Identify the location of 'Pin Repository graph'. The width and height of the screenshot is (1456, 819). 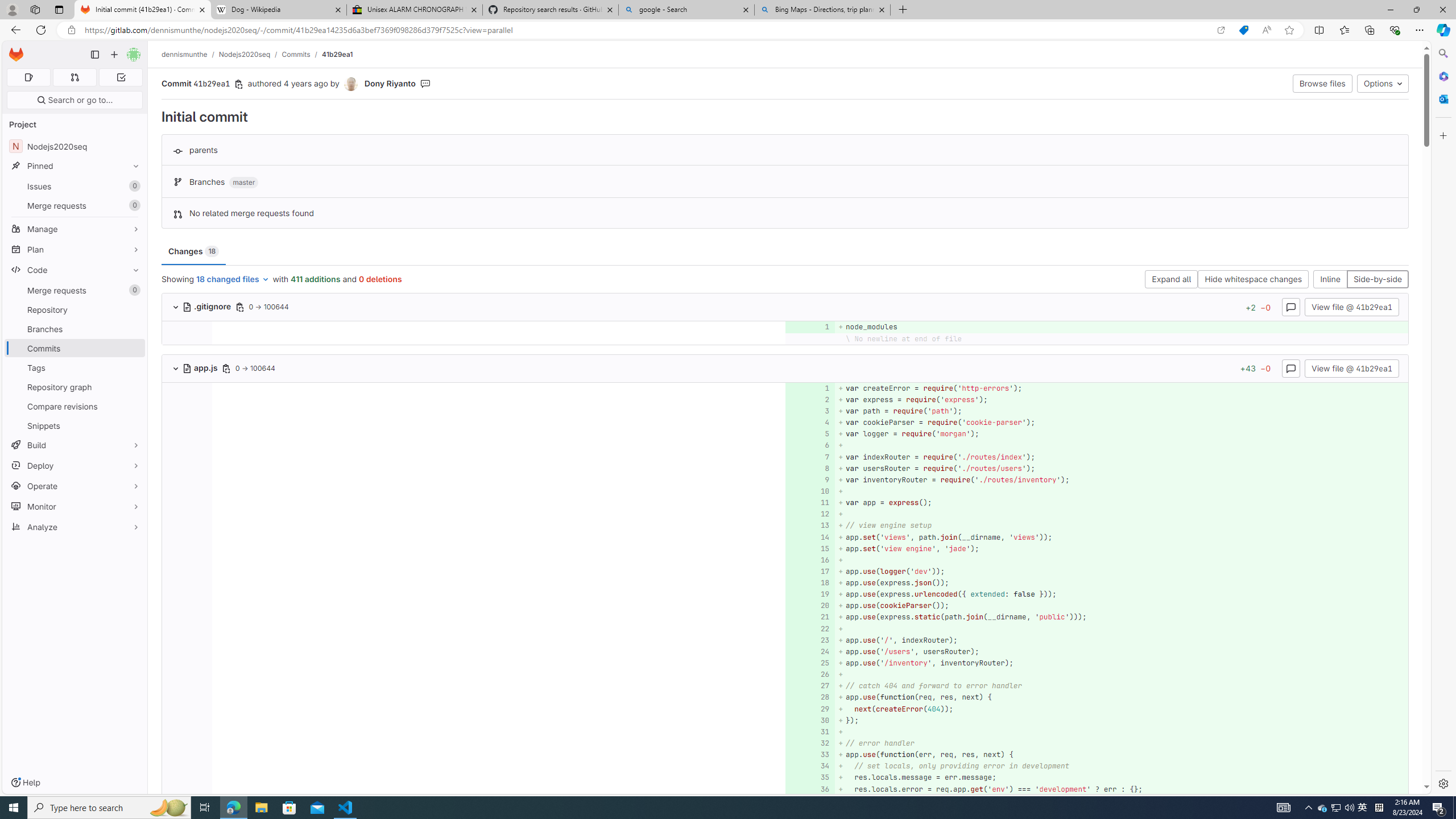
(133, 386).